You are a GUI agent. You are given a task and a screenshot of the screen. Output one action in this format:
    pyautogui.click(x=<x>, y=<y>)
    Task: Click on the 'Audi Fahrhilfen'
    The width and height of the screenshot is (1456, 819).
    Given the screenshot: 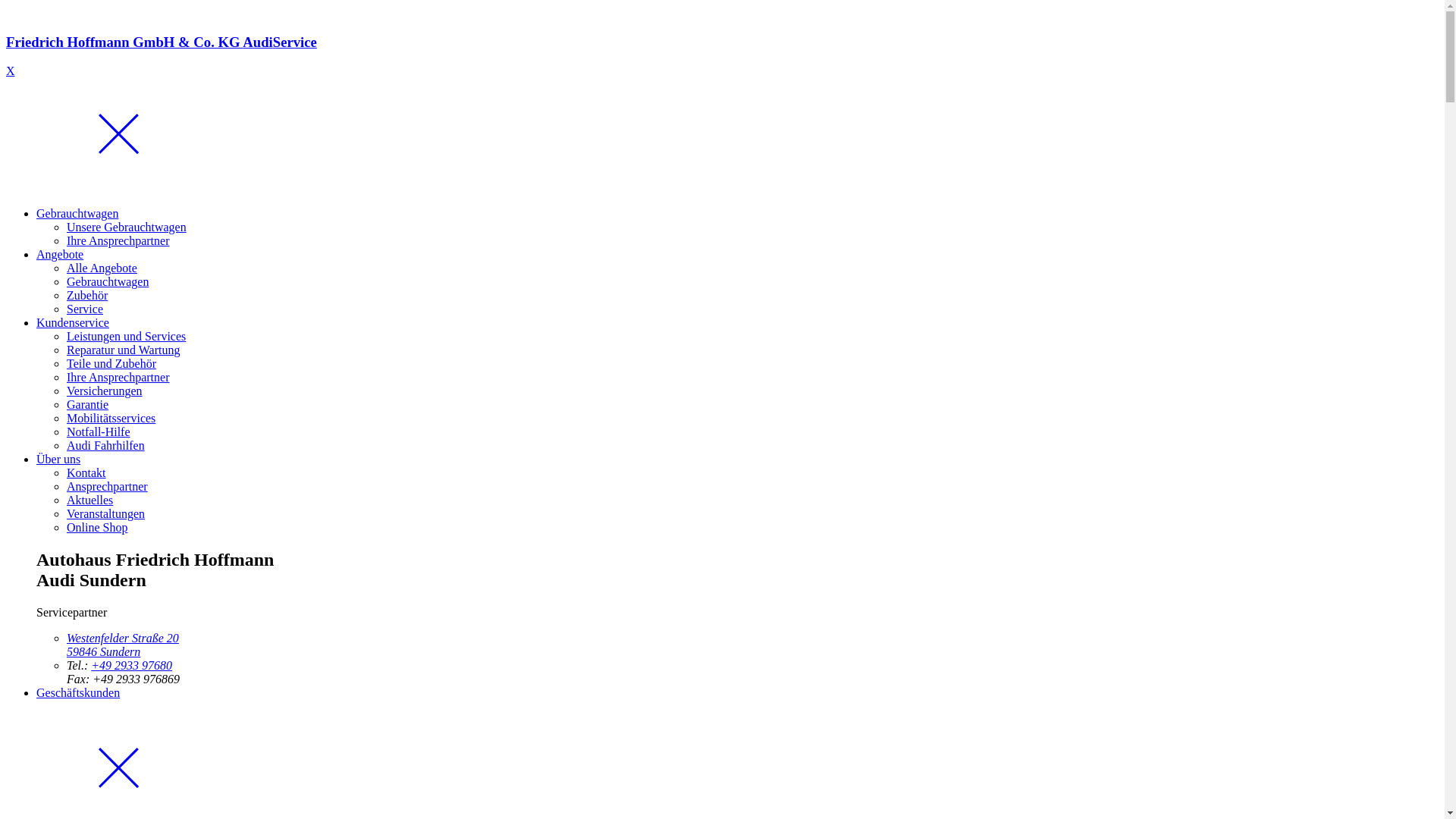 What is the action you would take?
    pyautogui.click(x=65, y=444)
    